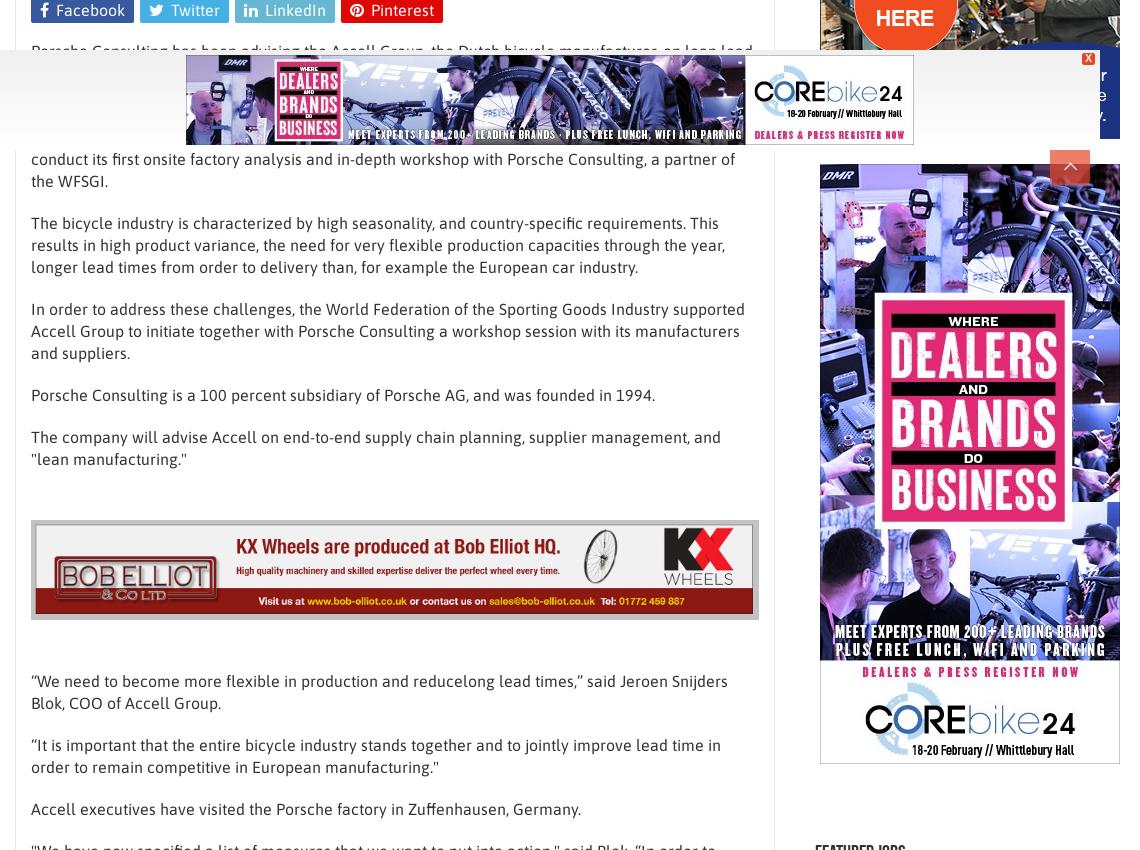  I want to click on 'During the WFSGI Manufacturers’ Committee Meeting in December 2013, WFSGI decided to develop workshops and event activities on a neutral platform for its members. Last month Accell Group conduct its first onsite factory analysis and in-depth workshop with Porsche Consulting, a partner of the WFSGI.', so click(386, 147).